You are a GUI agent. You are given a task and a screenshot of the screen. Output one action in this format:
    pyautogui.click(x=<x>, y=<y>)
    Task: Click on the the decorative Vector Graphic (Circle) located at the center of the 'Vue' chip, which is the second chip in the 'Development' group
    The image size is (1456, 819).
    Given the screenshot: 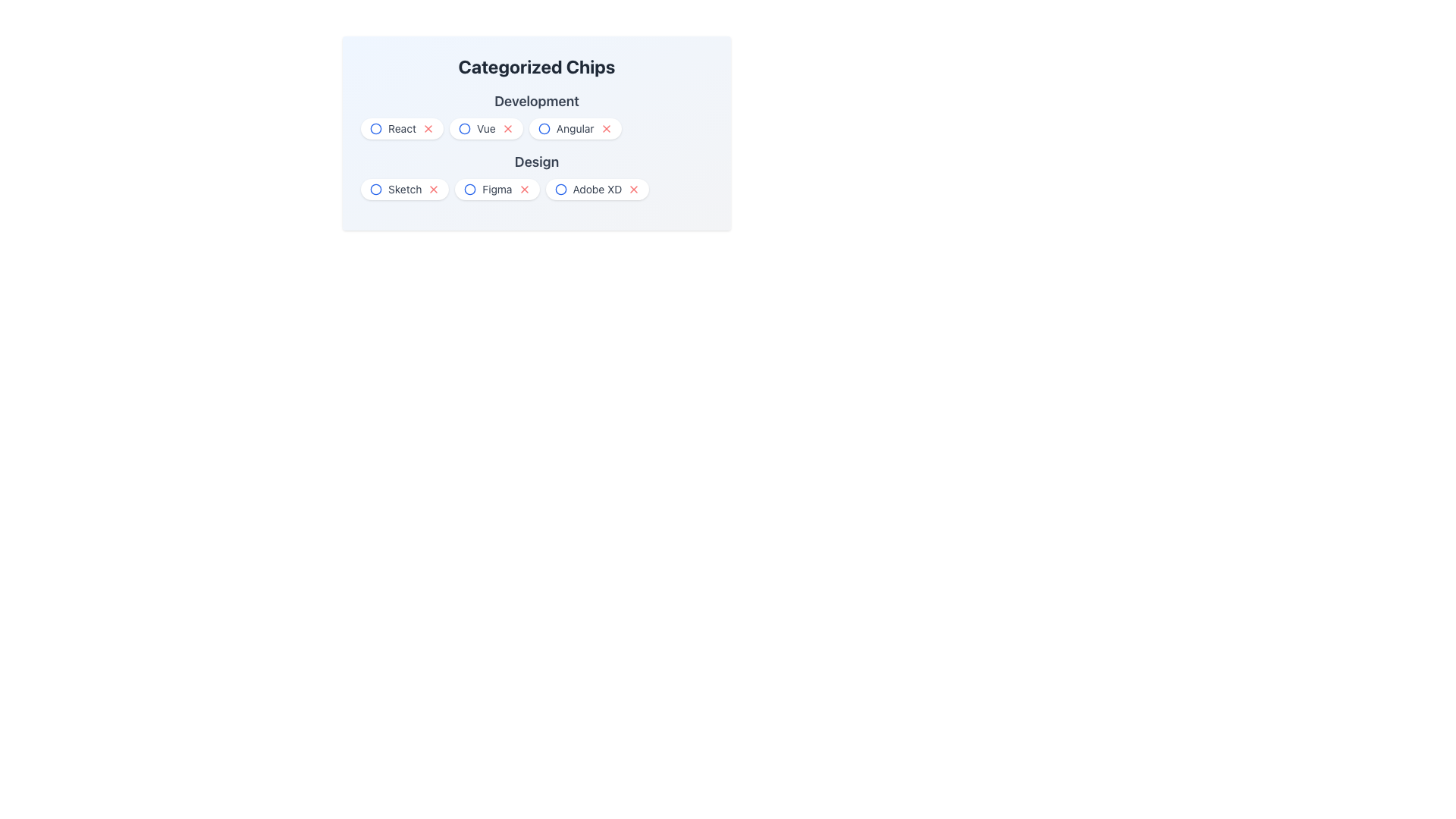 What is the action you would take?
    pyautogui.click(x=464, y=127)
    